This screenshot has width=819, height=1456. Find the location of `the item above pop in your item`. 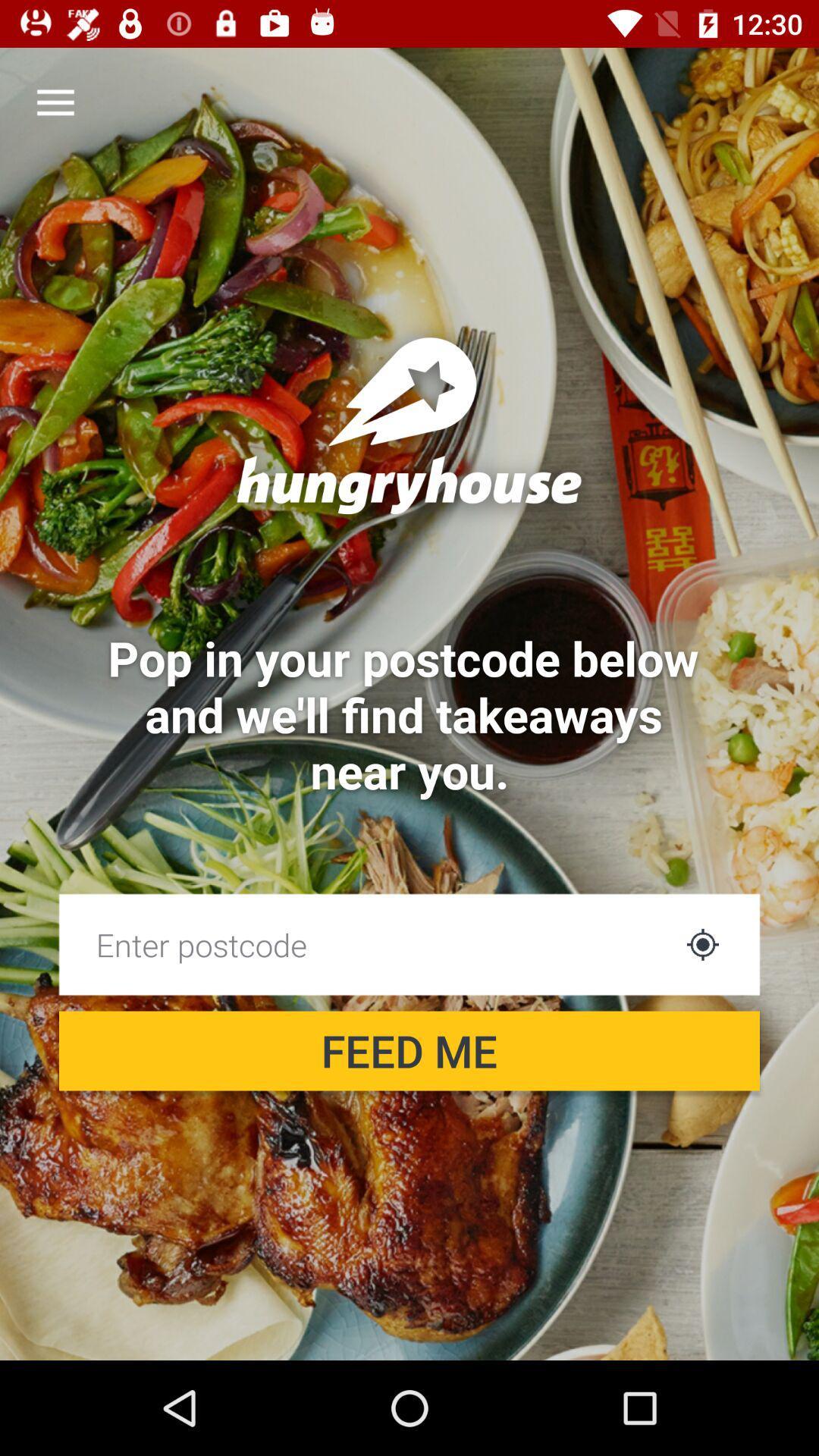

the item above pop in your item is located at coordinates (55, 102).